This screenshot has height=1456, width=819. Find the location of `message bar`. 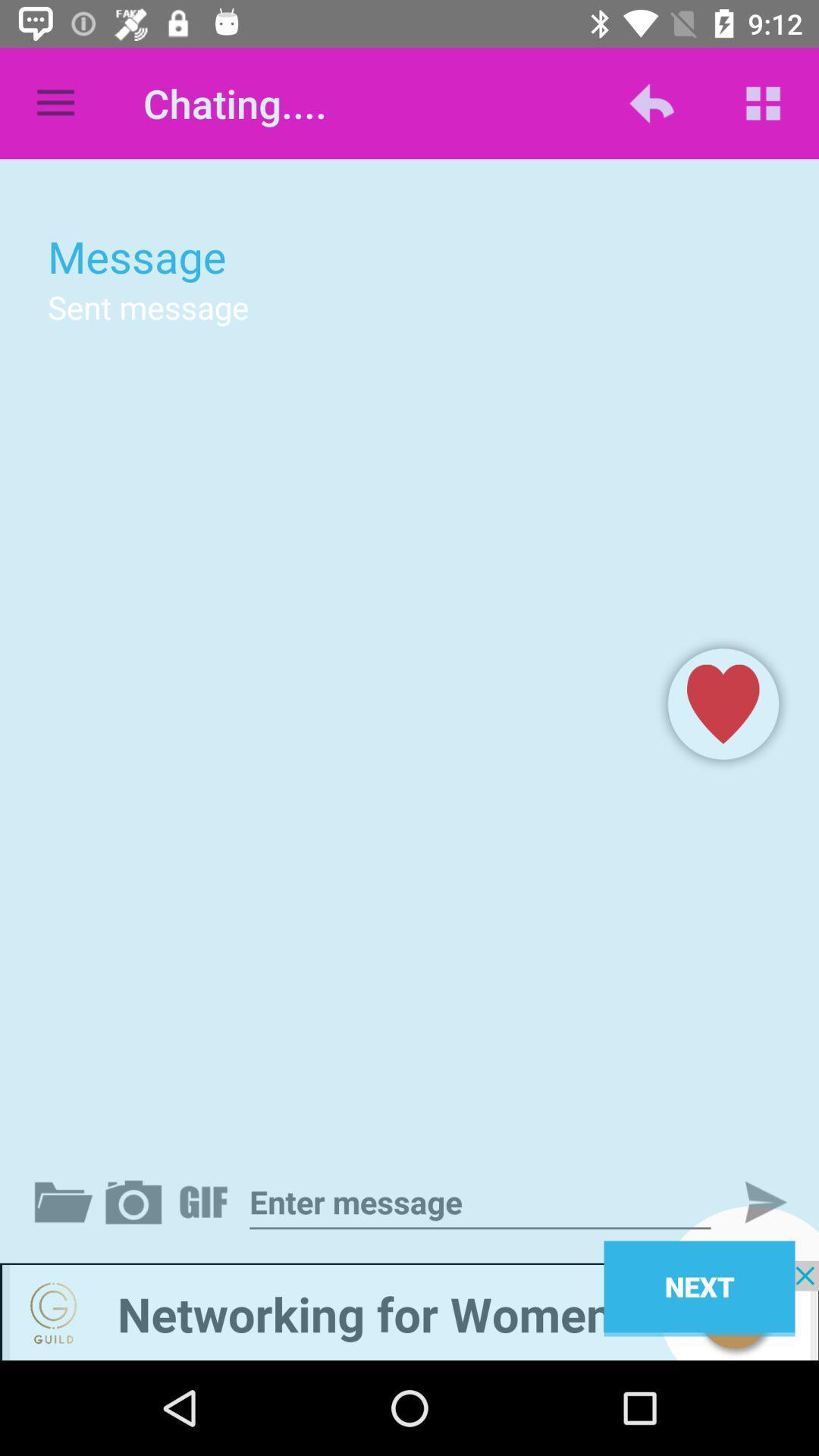

message bar is located at coordinates (480, 1201).